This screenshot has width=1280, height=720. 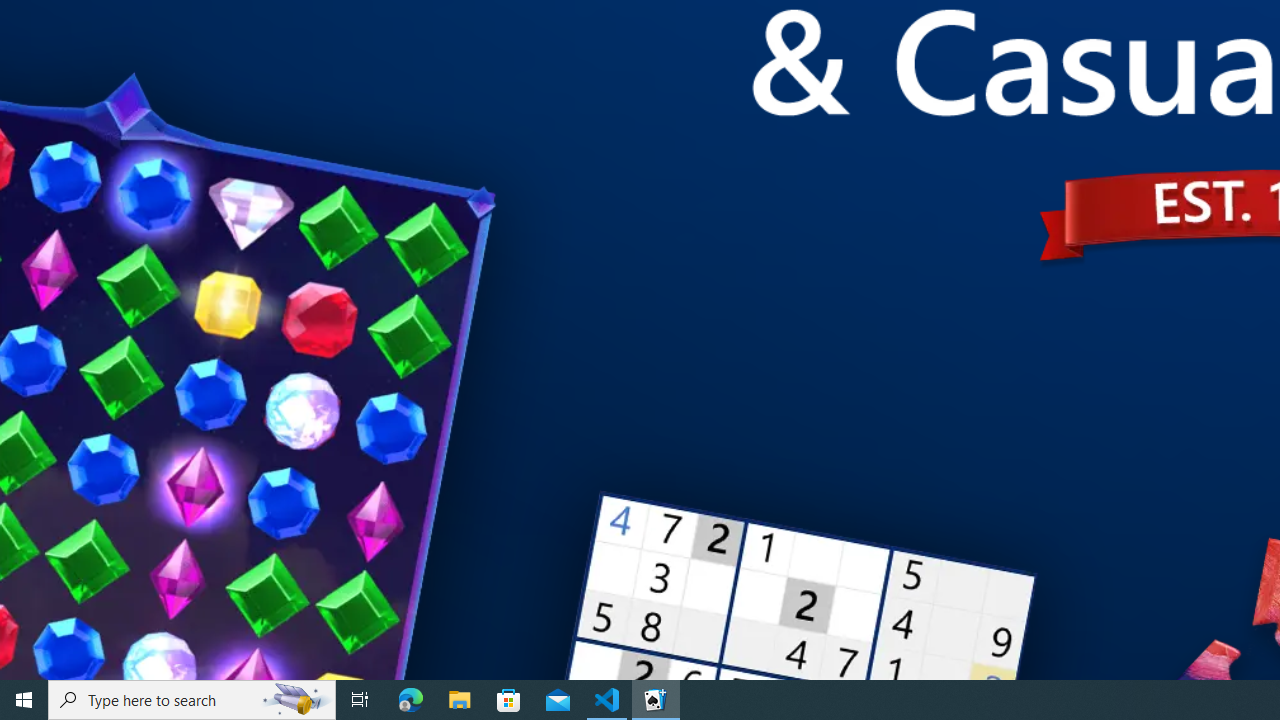 I want to click on 'Type here to search', so click(x=192, y=698).